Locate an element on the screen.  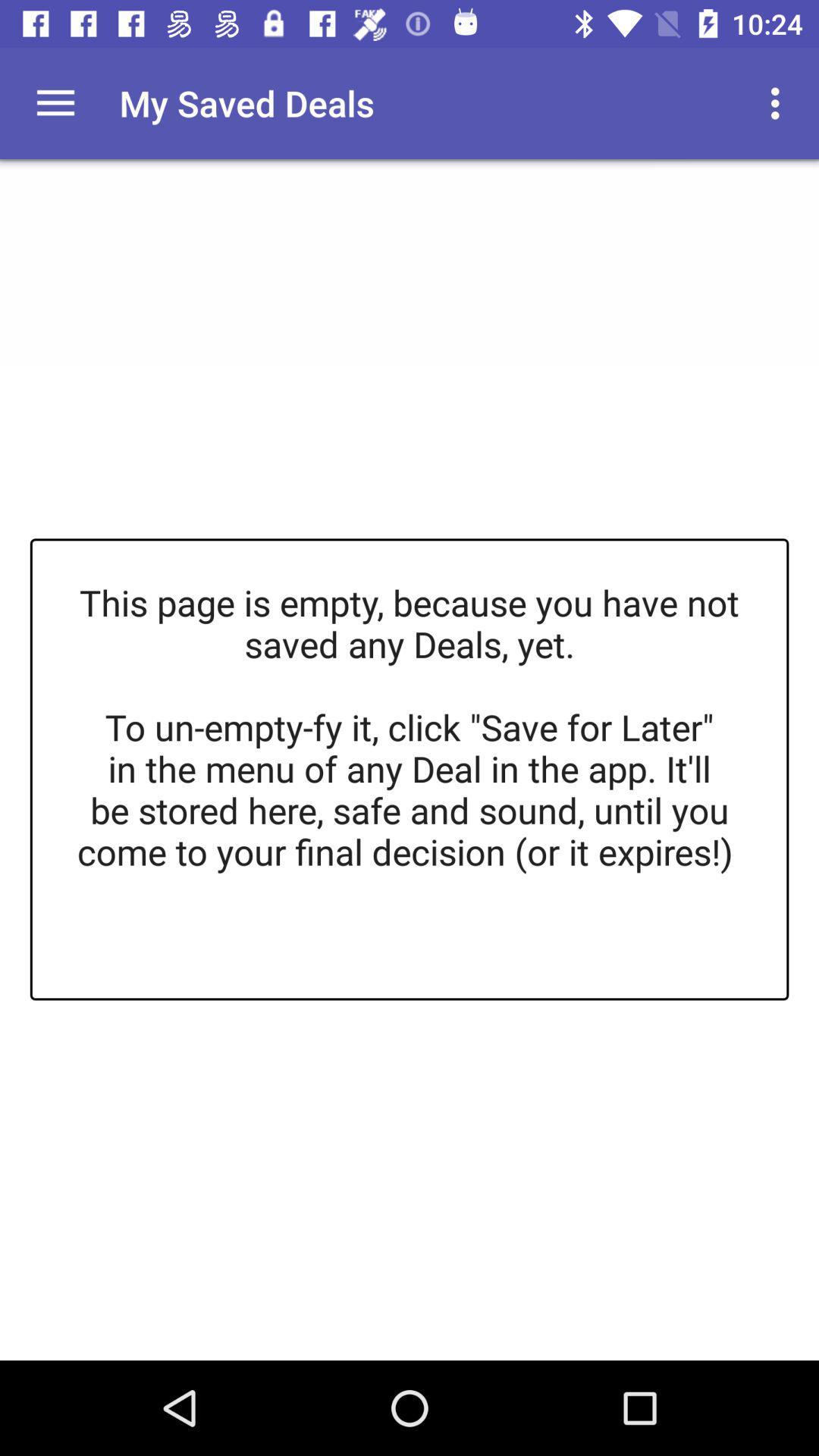
more options list is located at coordinates (55, 102).